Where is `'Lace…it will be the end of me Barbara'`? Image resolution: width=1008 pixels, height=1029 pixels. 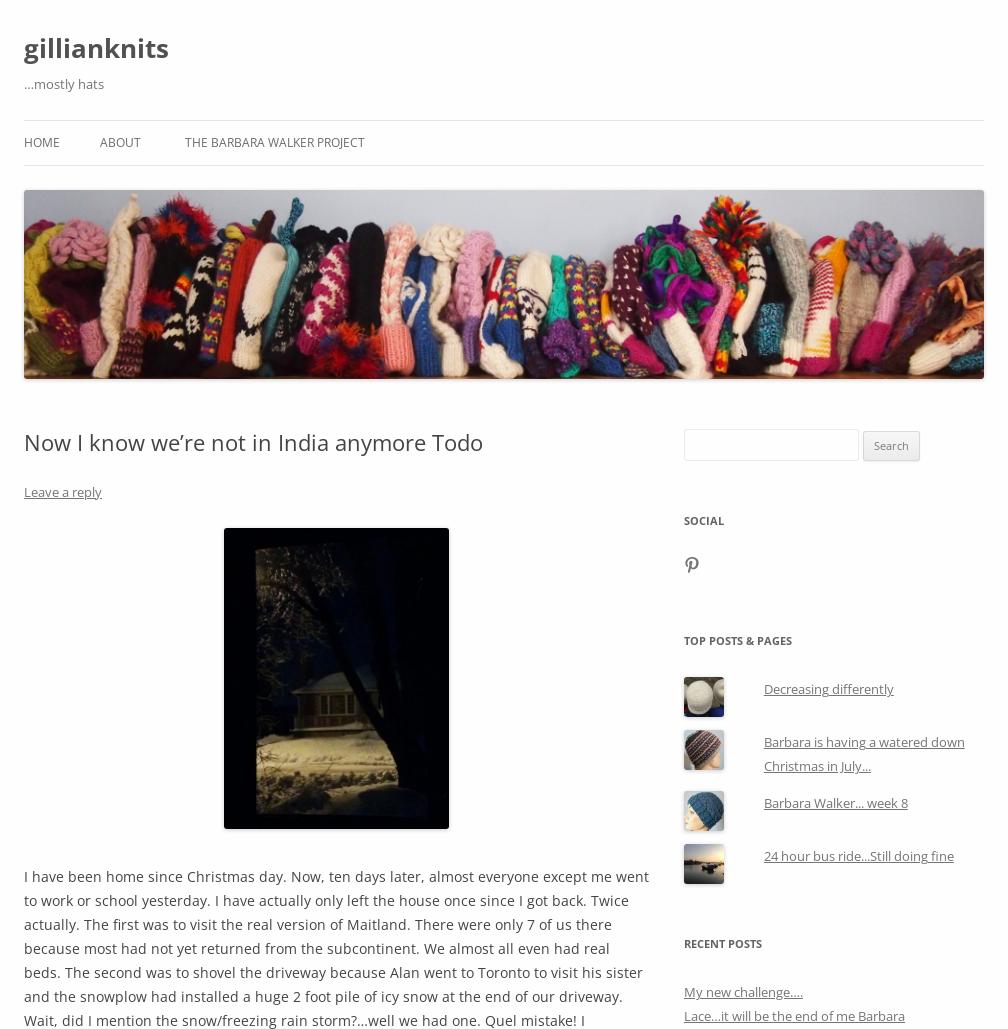
'Lace…it will be the end of me Barbara' is located at coordinates (794, 1015).